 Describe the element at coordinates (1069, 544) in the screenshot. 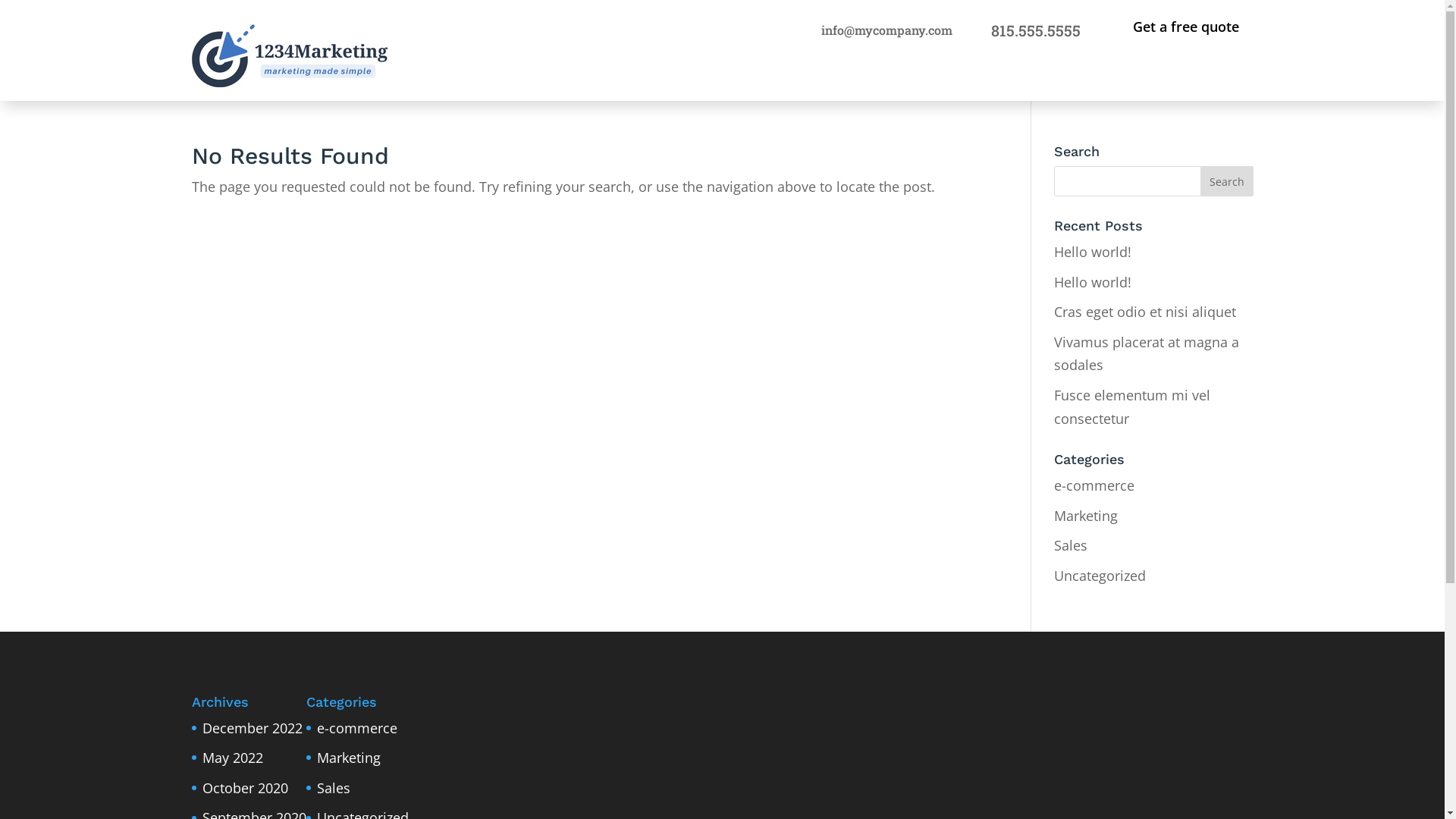

I see `'Sales'` at that location.